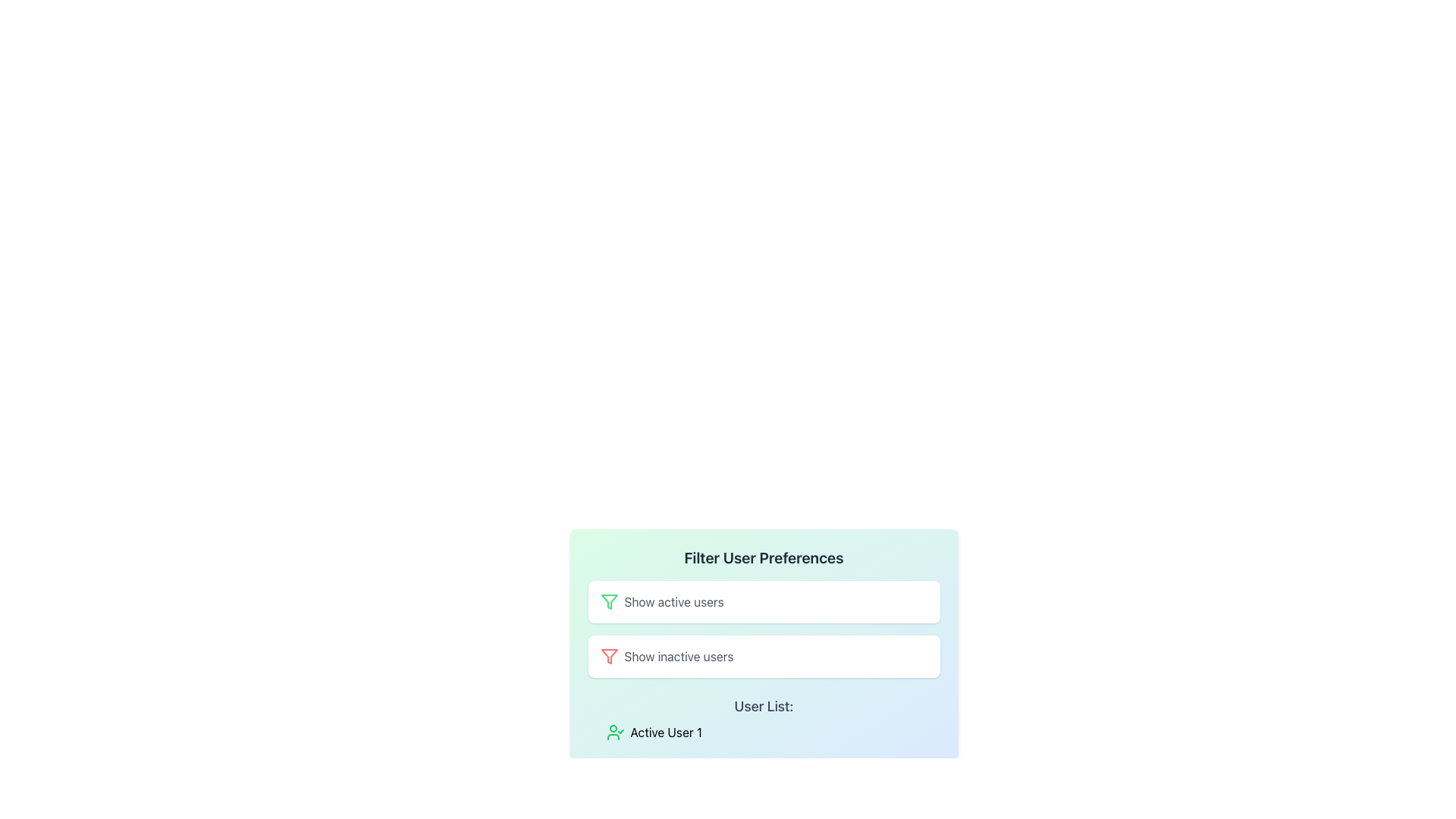 This screenshot has height=819, width=1456. What do you see at coordinates (609, 656) in the screenshot?
I see `the red triangle-like funnel icon located at the upper left corner of the 'Show active users' button, aligned with the 'Filter User Preferences' section for visual cues` at bounding box center [609, 656].